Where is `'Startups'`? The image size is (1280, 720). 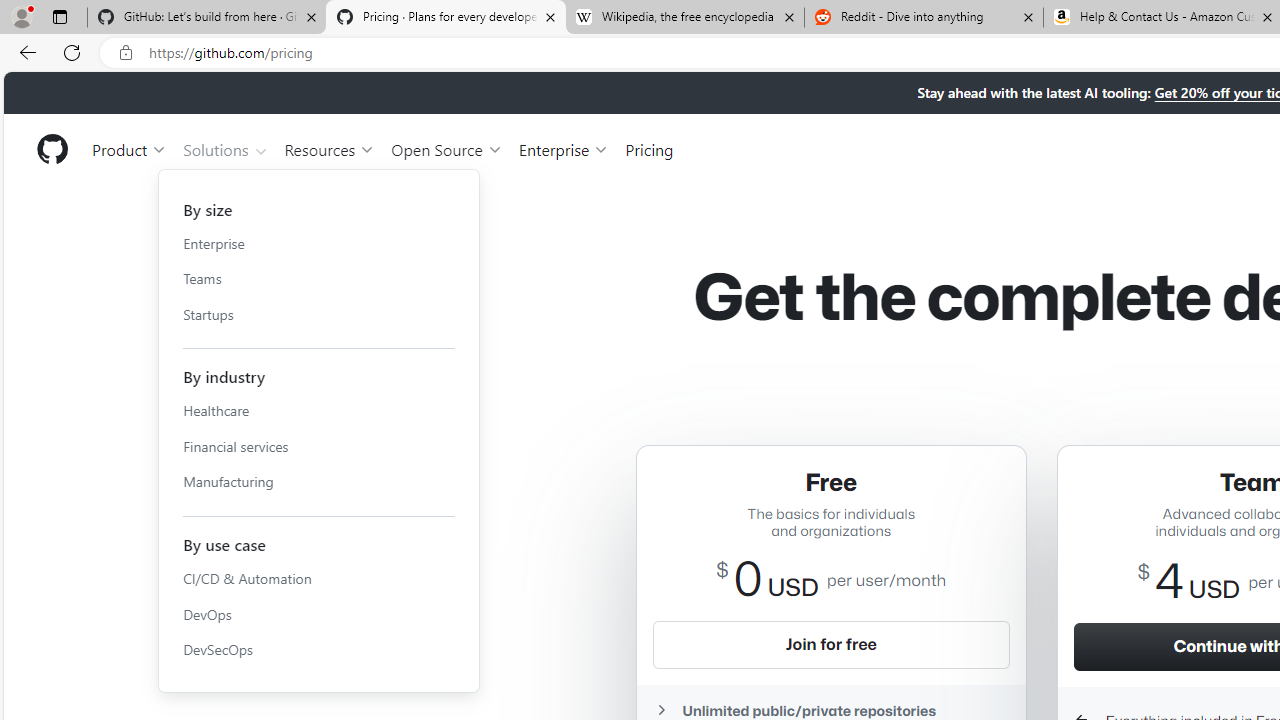
'Startups' is located at coordinates (318, 314).